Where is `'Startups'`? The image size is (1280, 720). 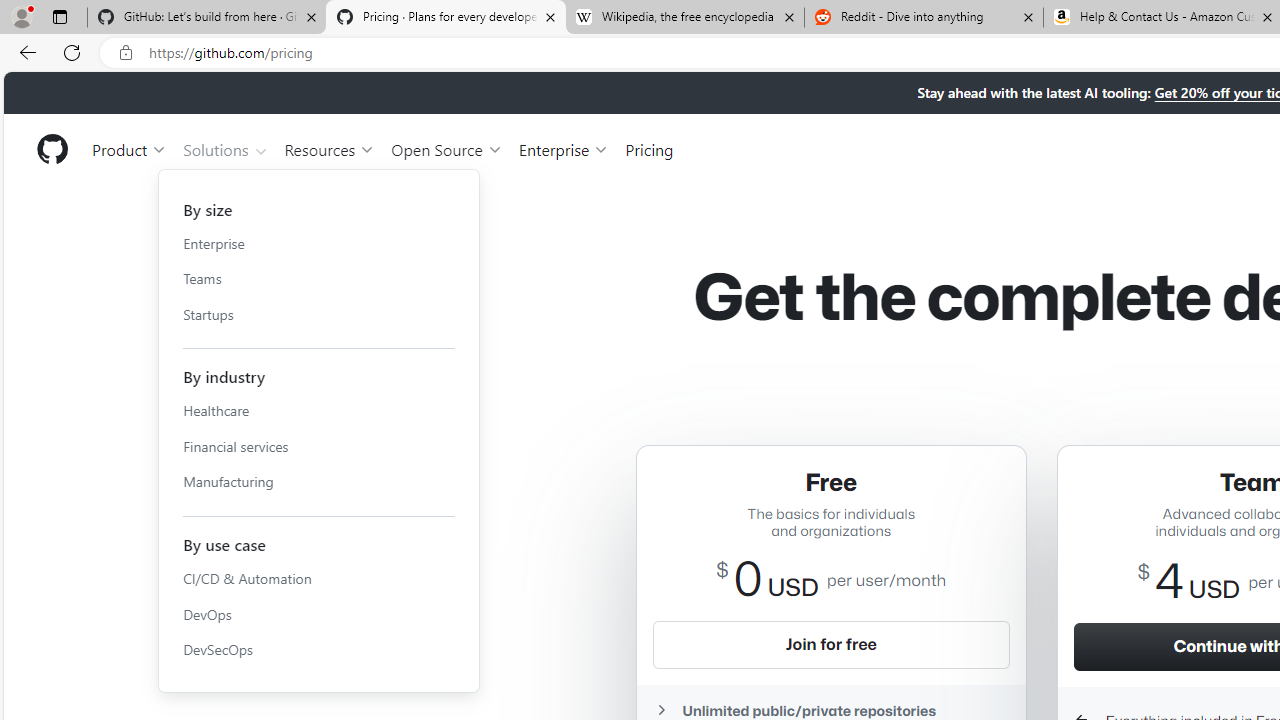
'Startups' is located at coordinates (318, 314).